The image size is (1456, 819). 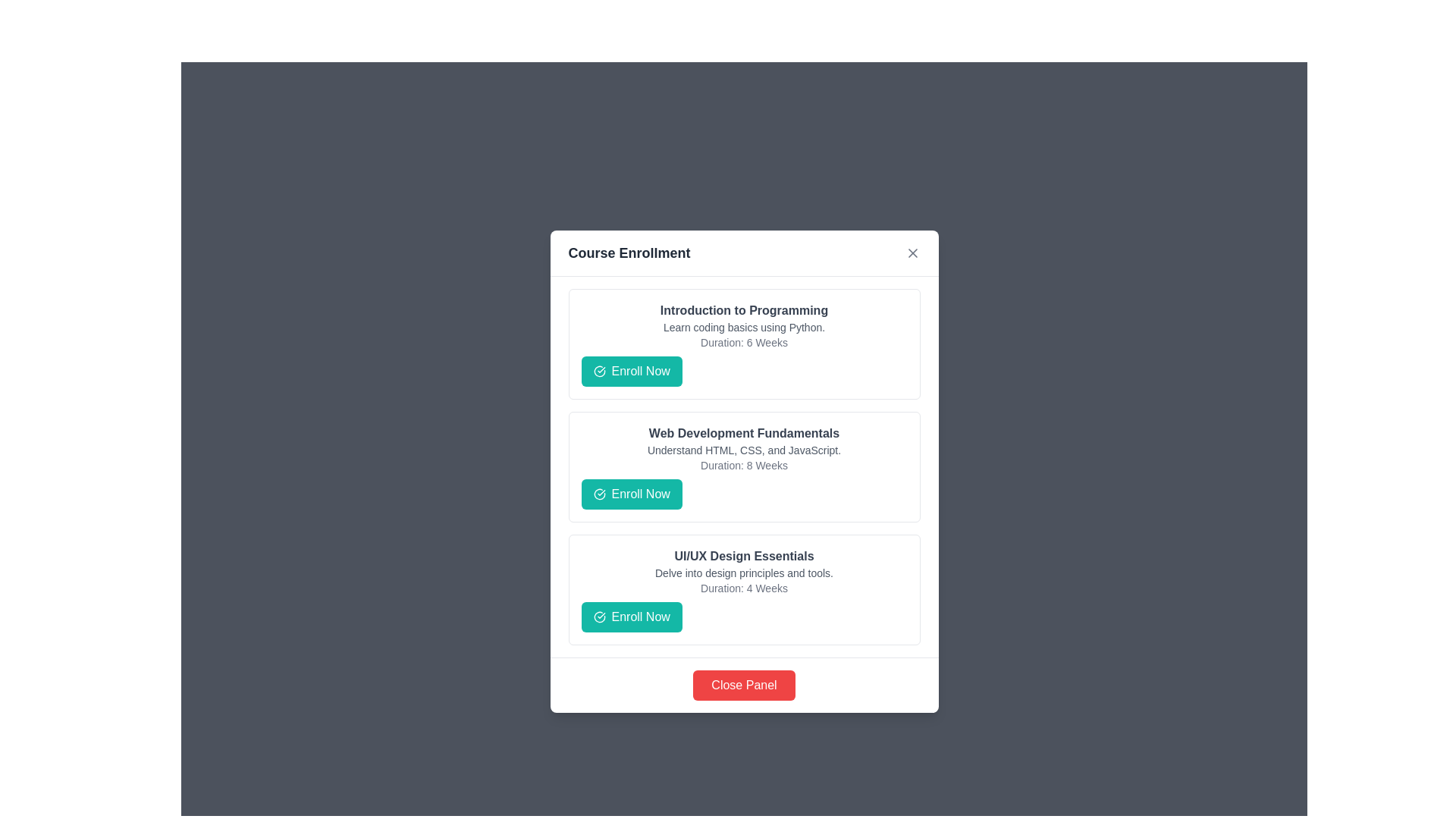 I want to click on the bold header text reading 'Course Enrollment', which is prominently displayed in dark gray at the top section of the modal window, so click(x=629, y=253).